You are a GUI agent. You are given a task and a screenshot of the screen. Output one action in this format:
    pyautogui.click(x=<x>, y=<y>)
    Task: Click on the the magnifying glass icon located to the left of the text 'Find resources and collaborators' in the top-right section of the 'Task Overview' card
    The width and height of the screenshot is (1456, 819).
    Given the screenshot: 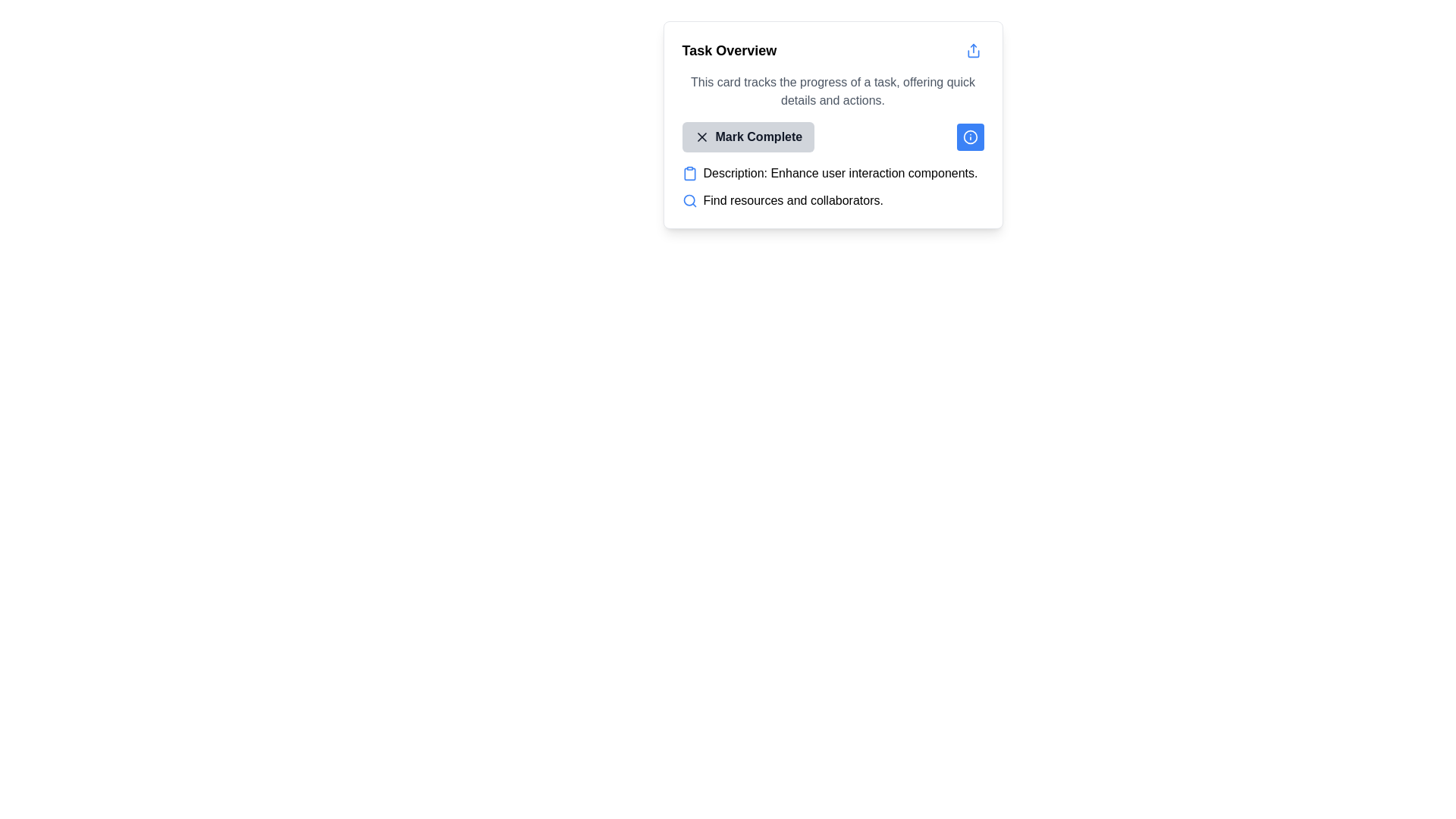 What is the action you would take?
    pyautogui.click(x=689, y=200)
    